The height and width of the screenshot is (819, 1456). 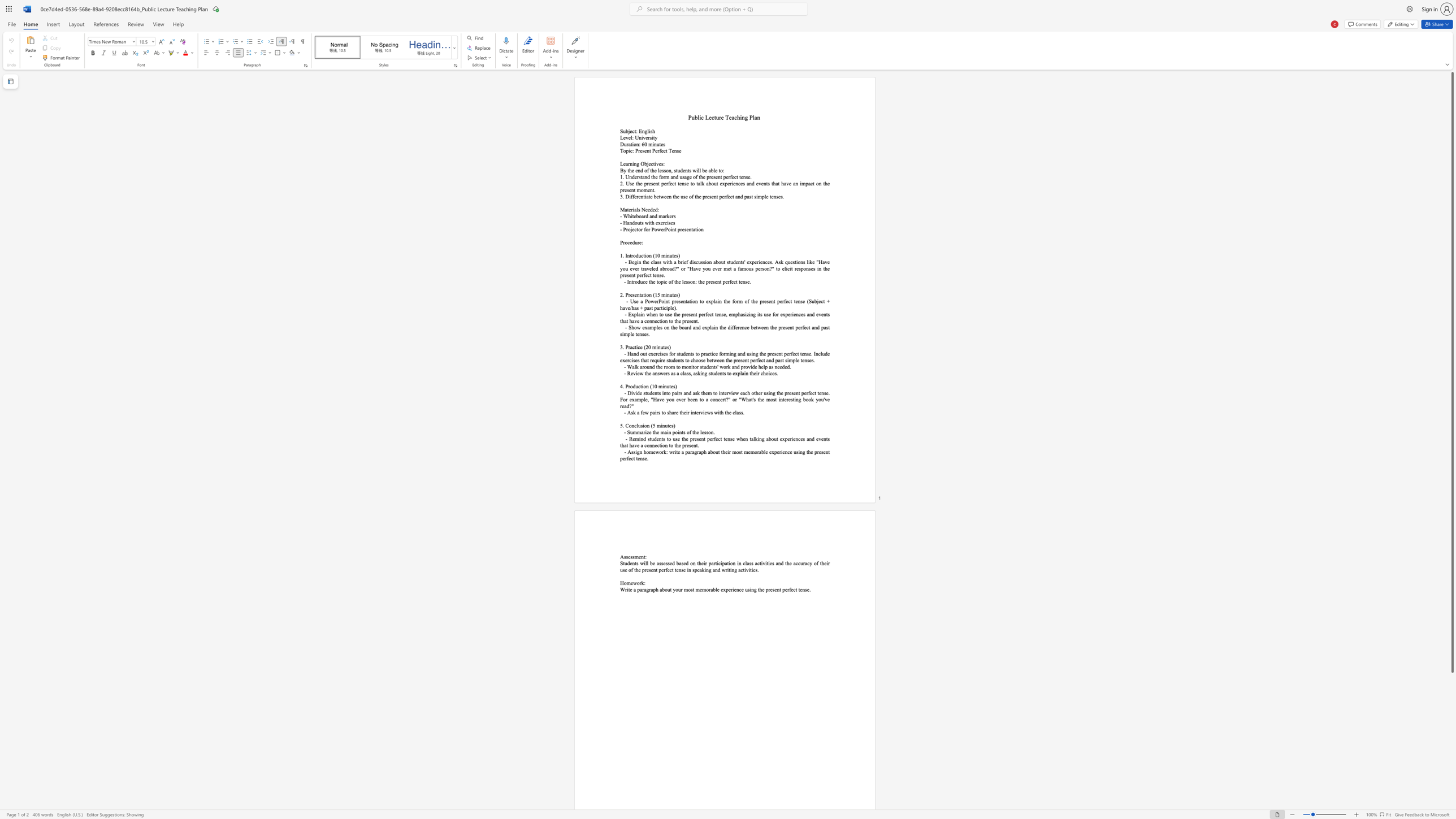 I want to click on the 10th character "e" in the text, so click(x=748, y=176).